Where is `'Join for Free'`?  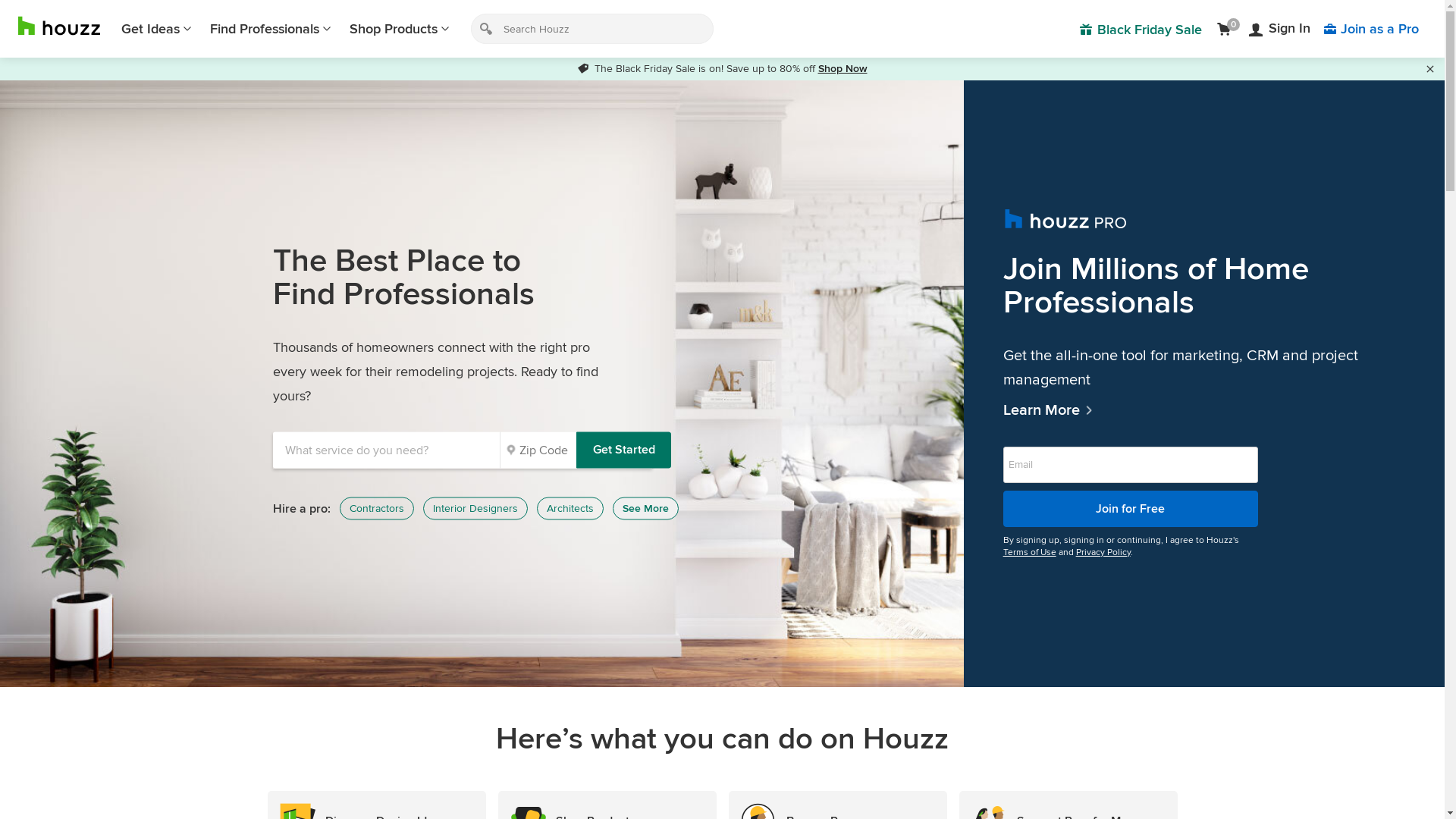 'Join for Free' is located at coordinates (1131, 508).